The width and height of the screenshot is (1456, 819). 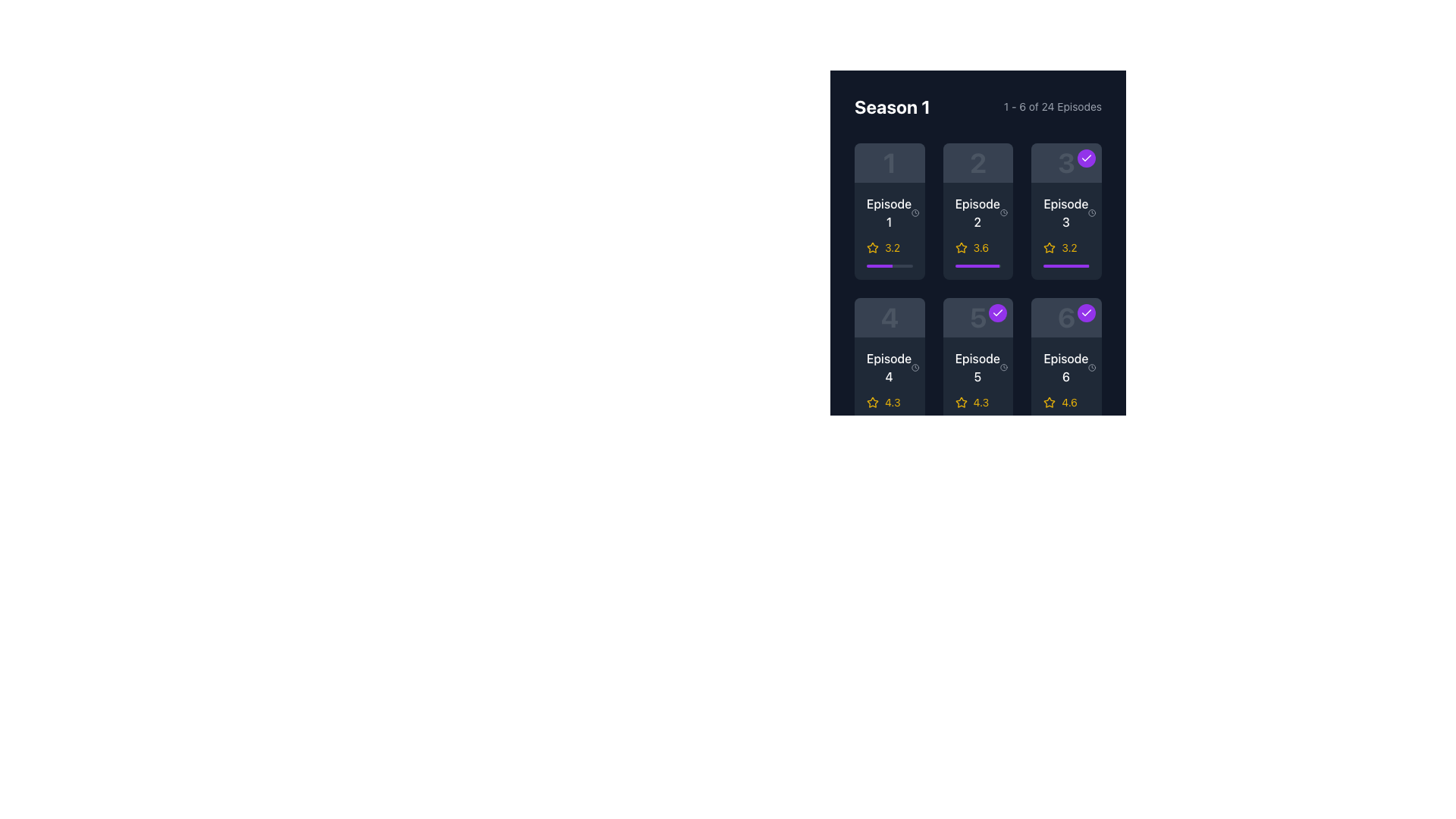 I want to click on the yellow star icon representing the rating system located in the Episode 5 card of Season 1, so click(x=960, y=402).